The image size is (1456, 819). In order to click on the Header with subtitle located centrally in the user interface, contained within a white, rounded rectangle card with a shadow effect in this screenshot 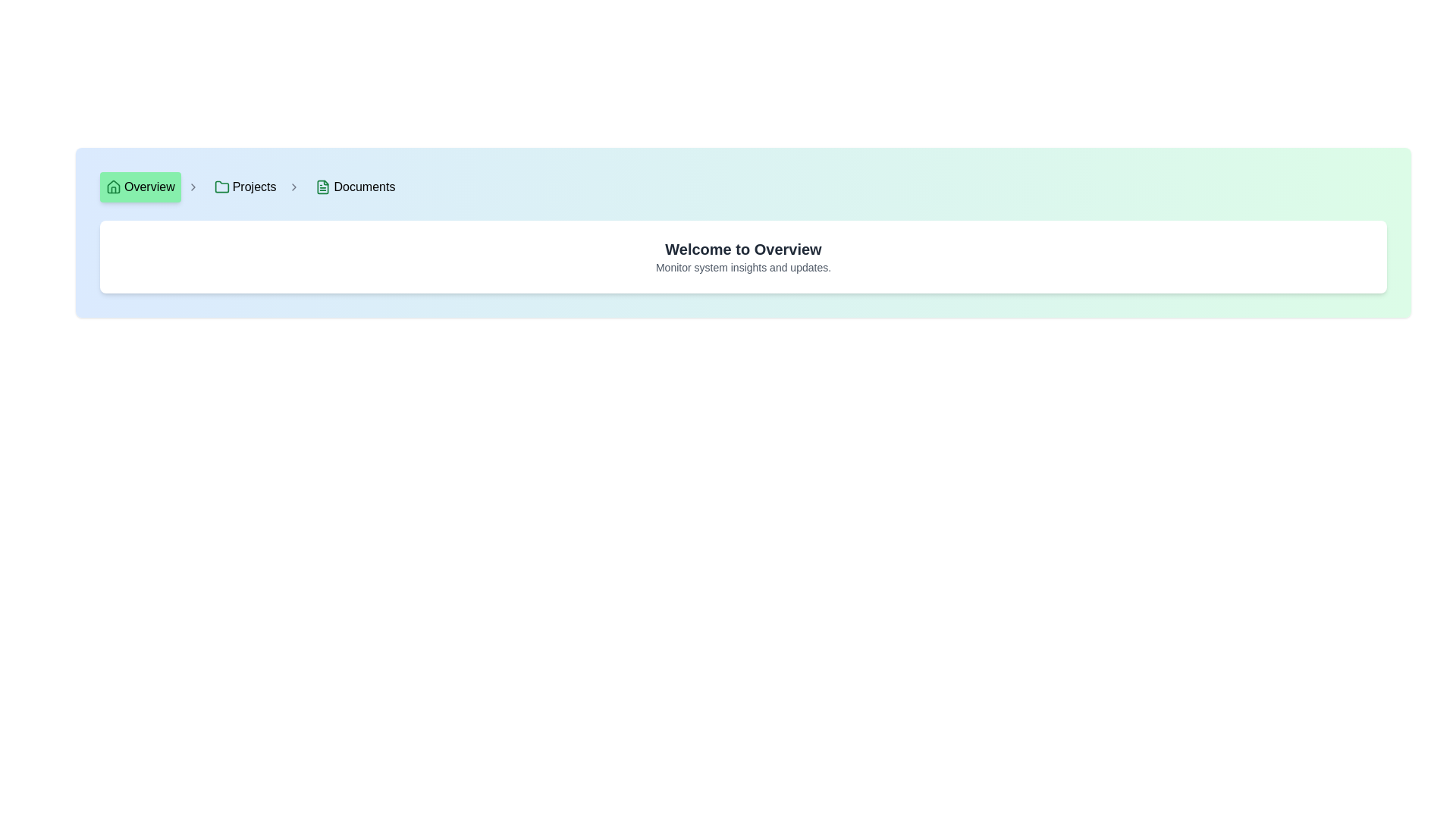, I will do `click(743, 256)`.